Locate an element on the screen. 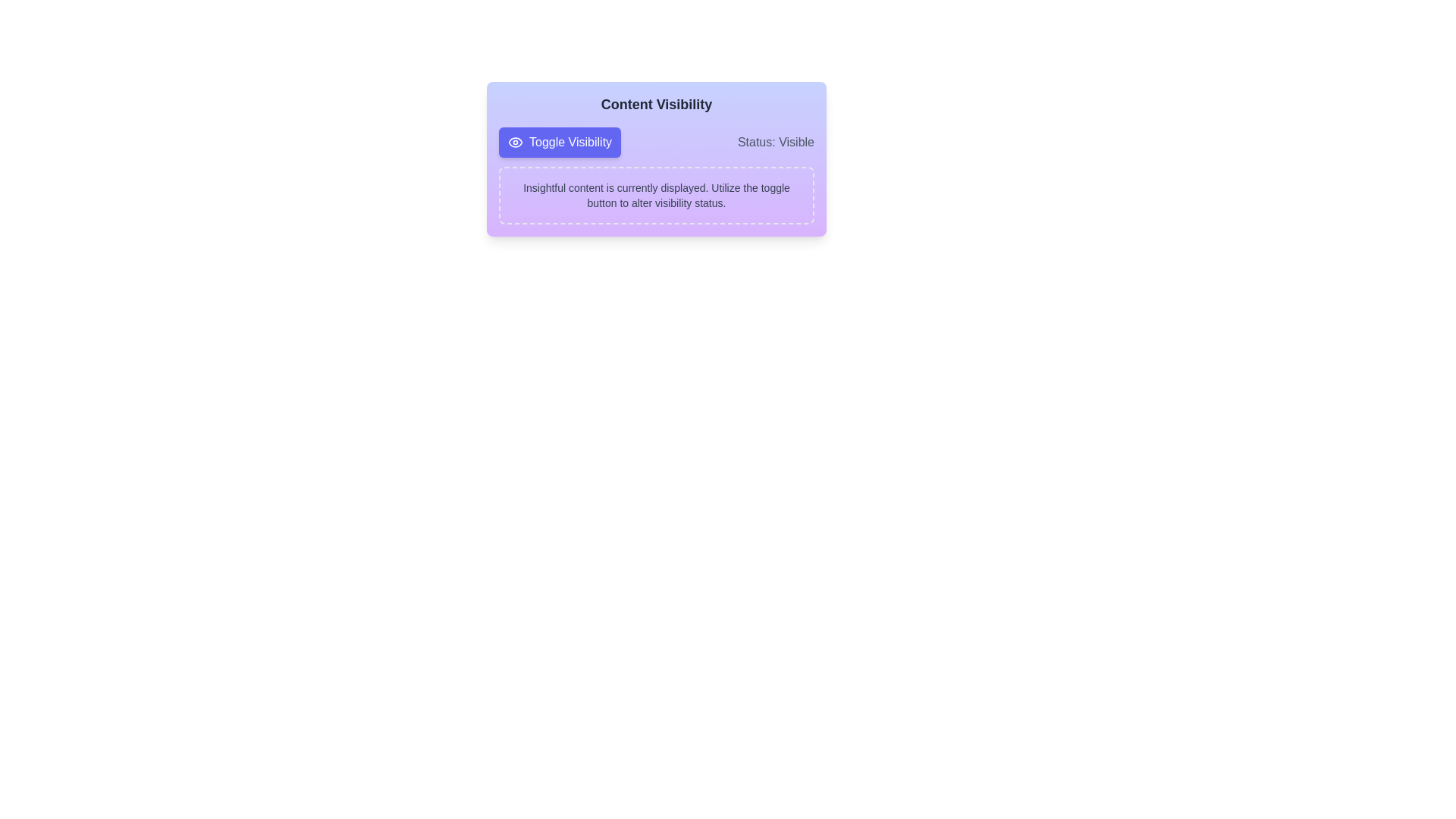 The image size is (1456, 819). the 'Toggle Visibility' button to change the visibility of the content is located at coordinates (559, 143).